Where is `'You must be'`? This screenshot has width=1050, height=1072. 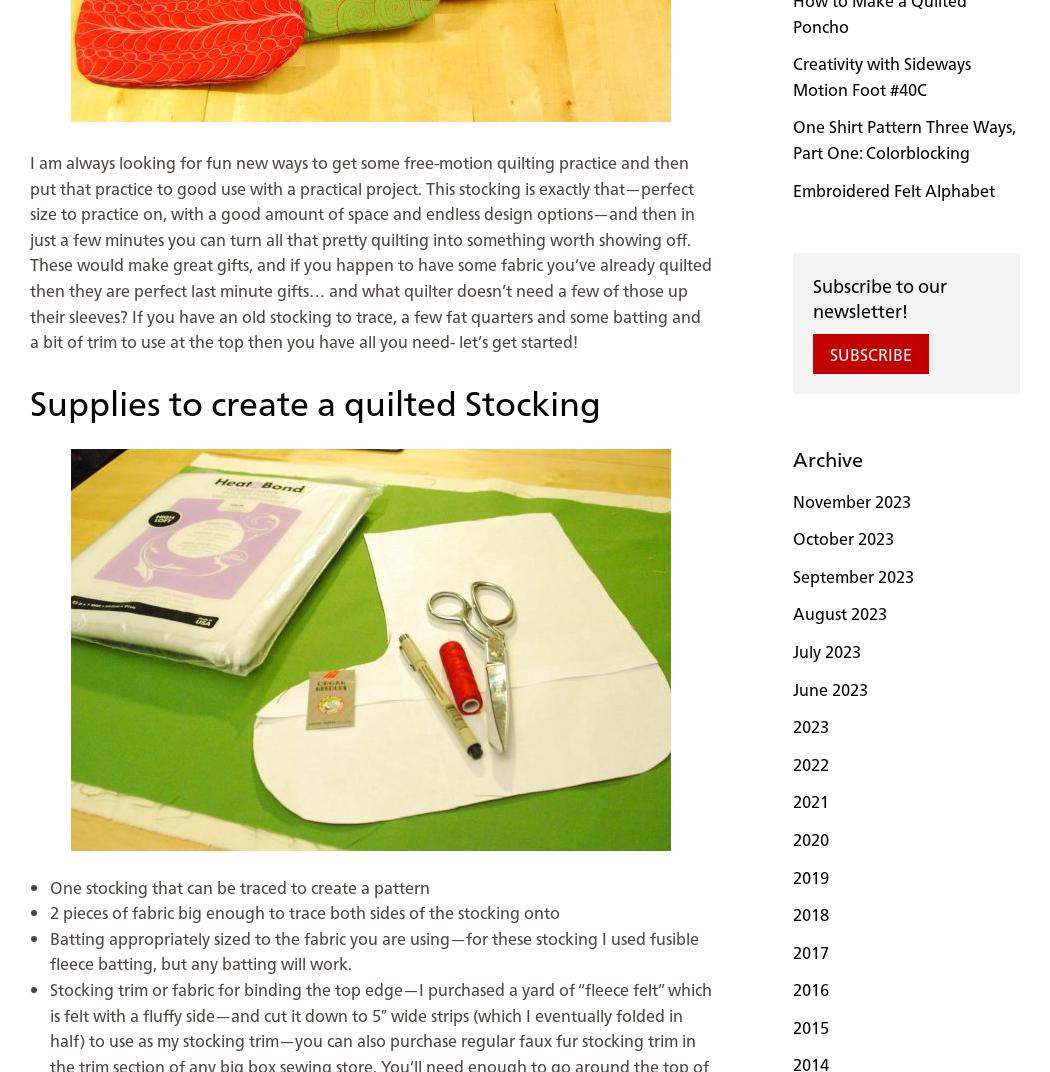
'You must be' is located at coordinates (69, 595).